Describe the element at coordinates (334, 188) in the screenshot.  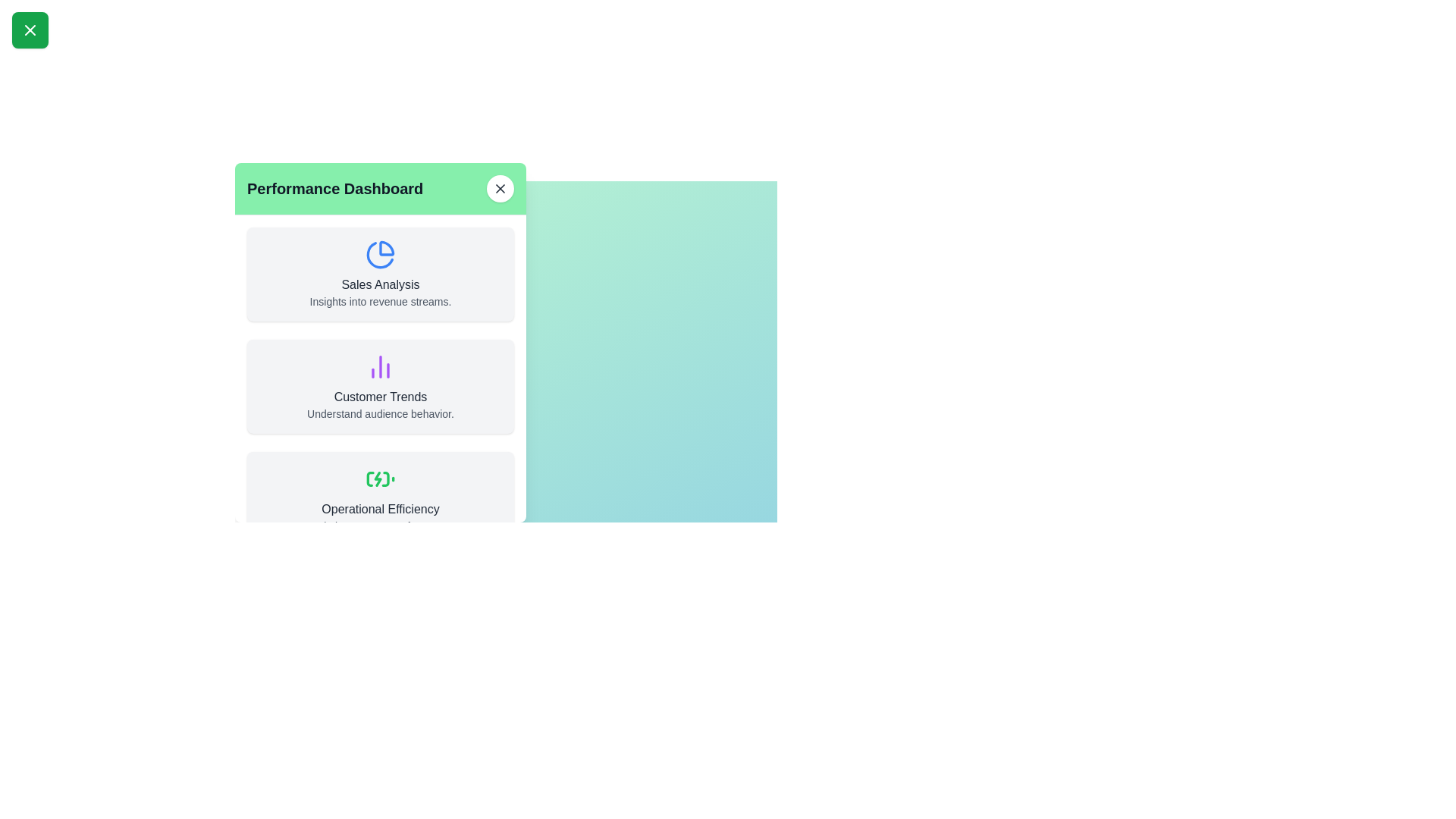
I see `the text label displaying 'Performance Dashboard' in a large, bold font with a dark gray color on a light green background` at that location.